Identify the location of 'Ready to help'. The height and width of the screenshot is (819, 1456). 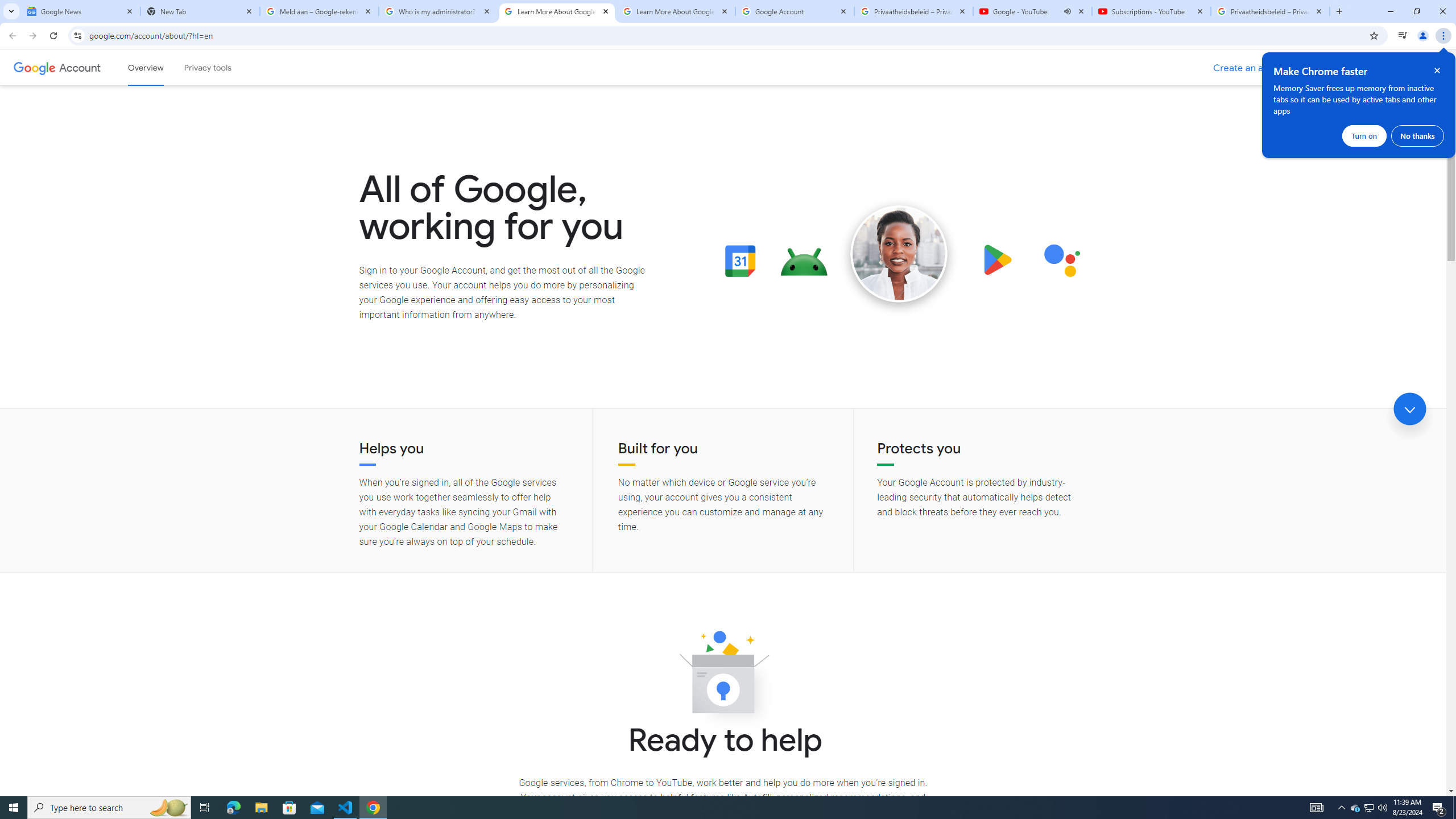
(723, 675).